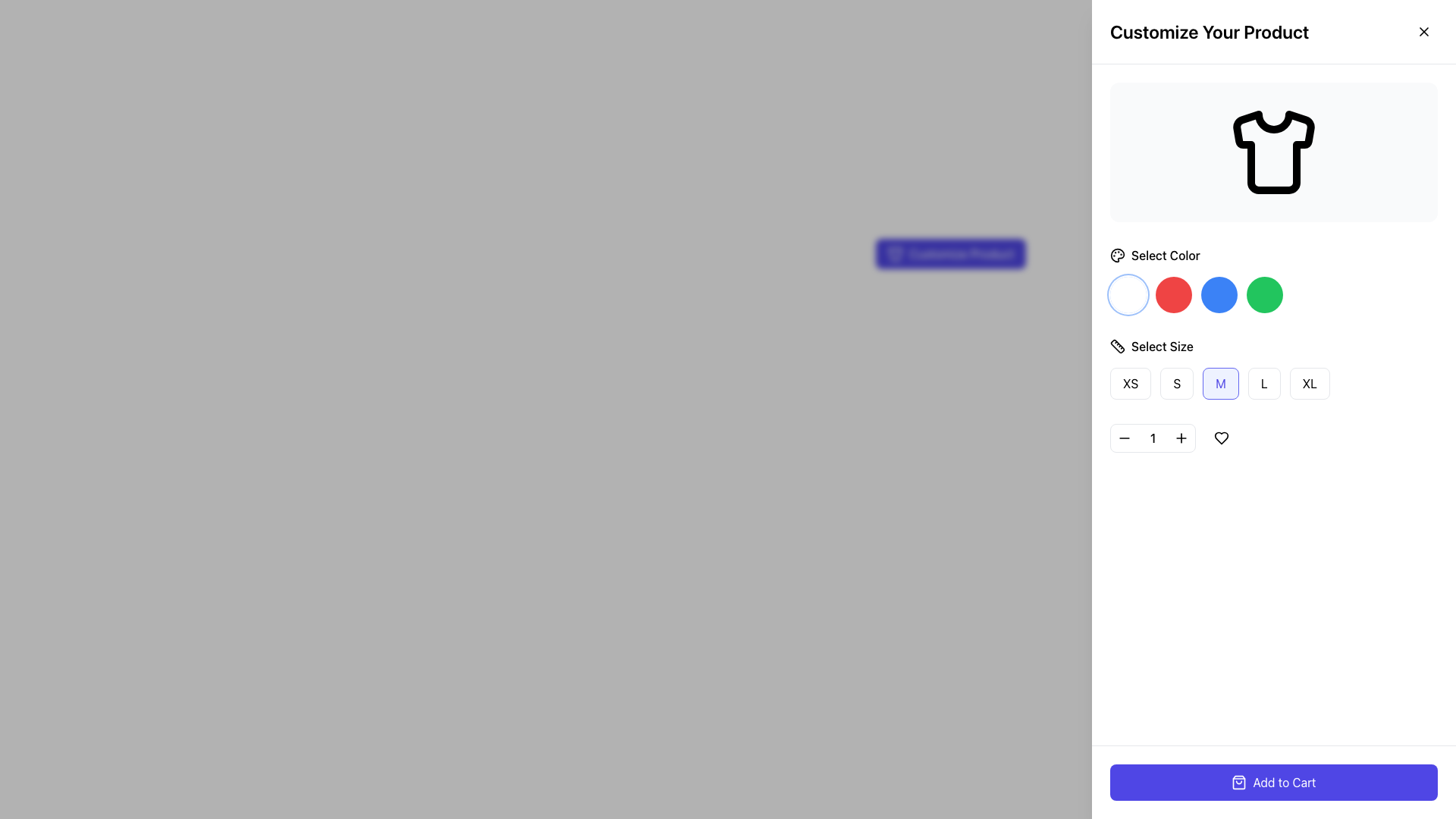  Describe the element at coordinates (1125, 438) in the screenshot. I see `the horizontal minus icon within the decrement button located to the left of the quantity display in the product customization panel` at that location.